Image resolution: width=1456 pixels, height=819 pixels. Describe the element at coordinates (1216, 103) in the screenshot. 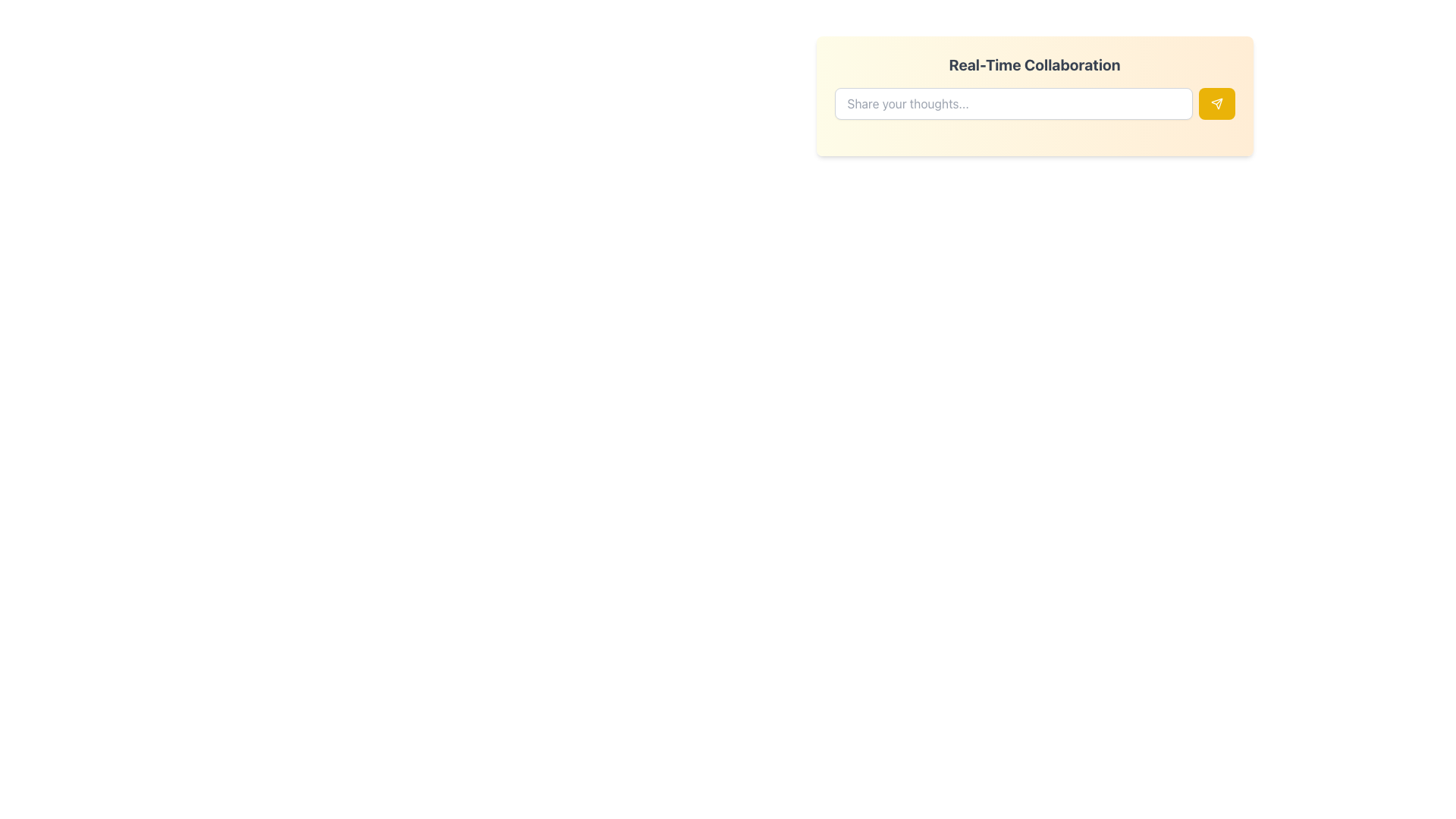

I see `the icon within the button located at the right edge of the text input field titled 'Real-Time Collaboration'` at that location.